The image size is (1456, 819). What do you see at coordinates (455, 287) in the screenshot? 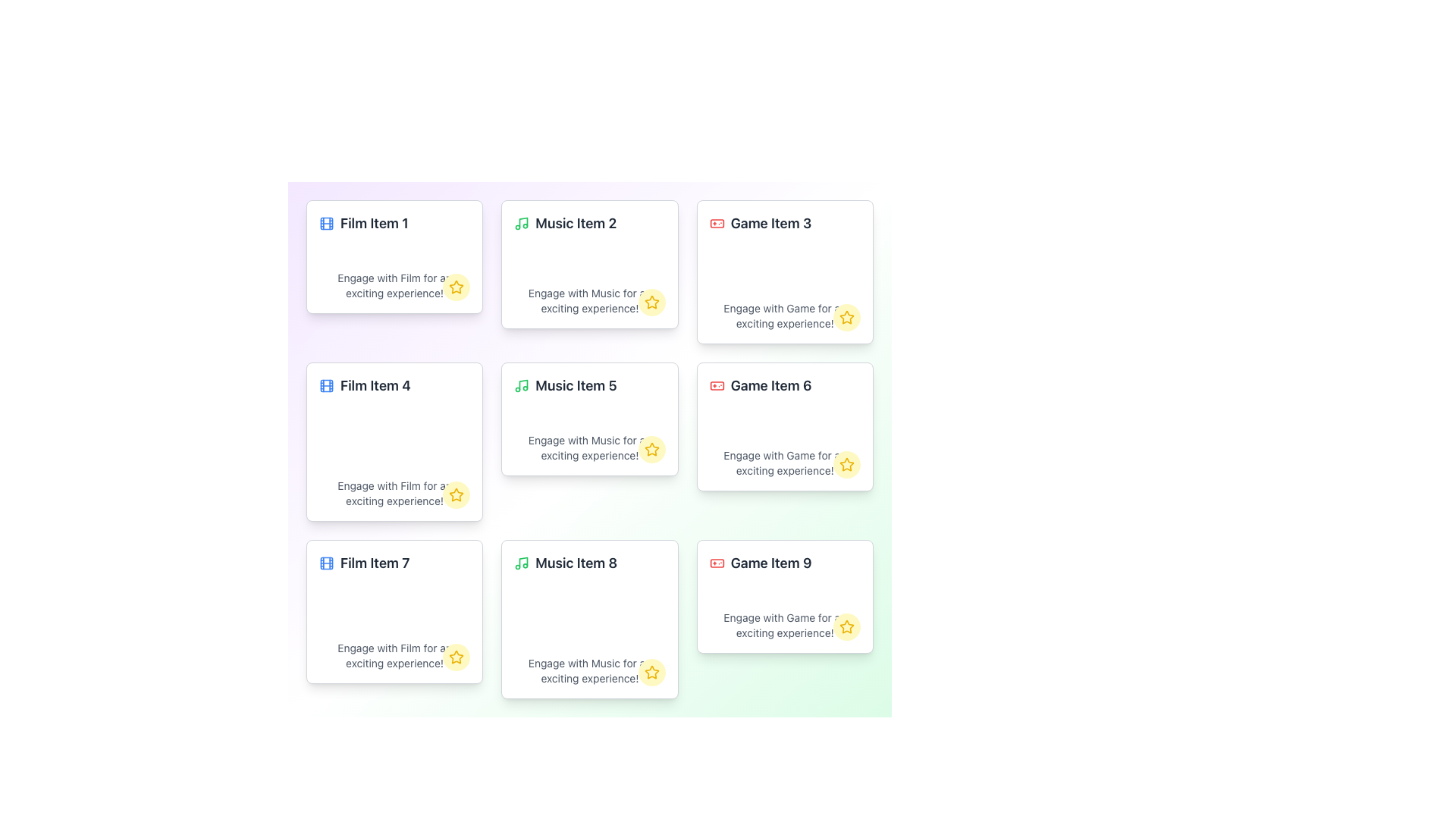
I see `the star-shaped icon button with a yellow outline and white background located at the bottom-right corner of the 'Film Item 1' card` at bounding box center [455, 287].